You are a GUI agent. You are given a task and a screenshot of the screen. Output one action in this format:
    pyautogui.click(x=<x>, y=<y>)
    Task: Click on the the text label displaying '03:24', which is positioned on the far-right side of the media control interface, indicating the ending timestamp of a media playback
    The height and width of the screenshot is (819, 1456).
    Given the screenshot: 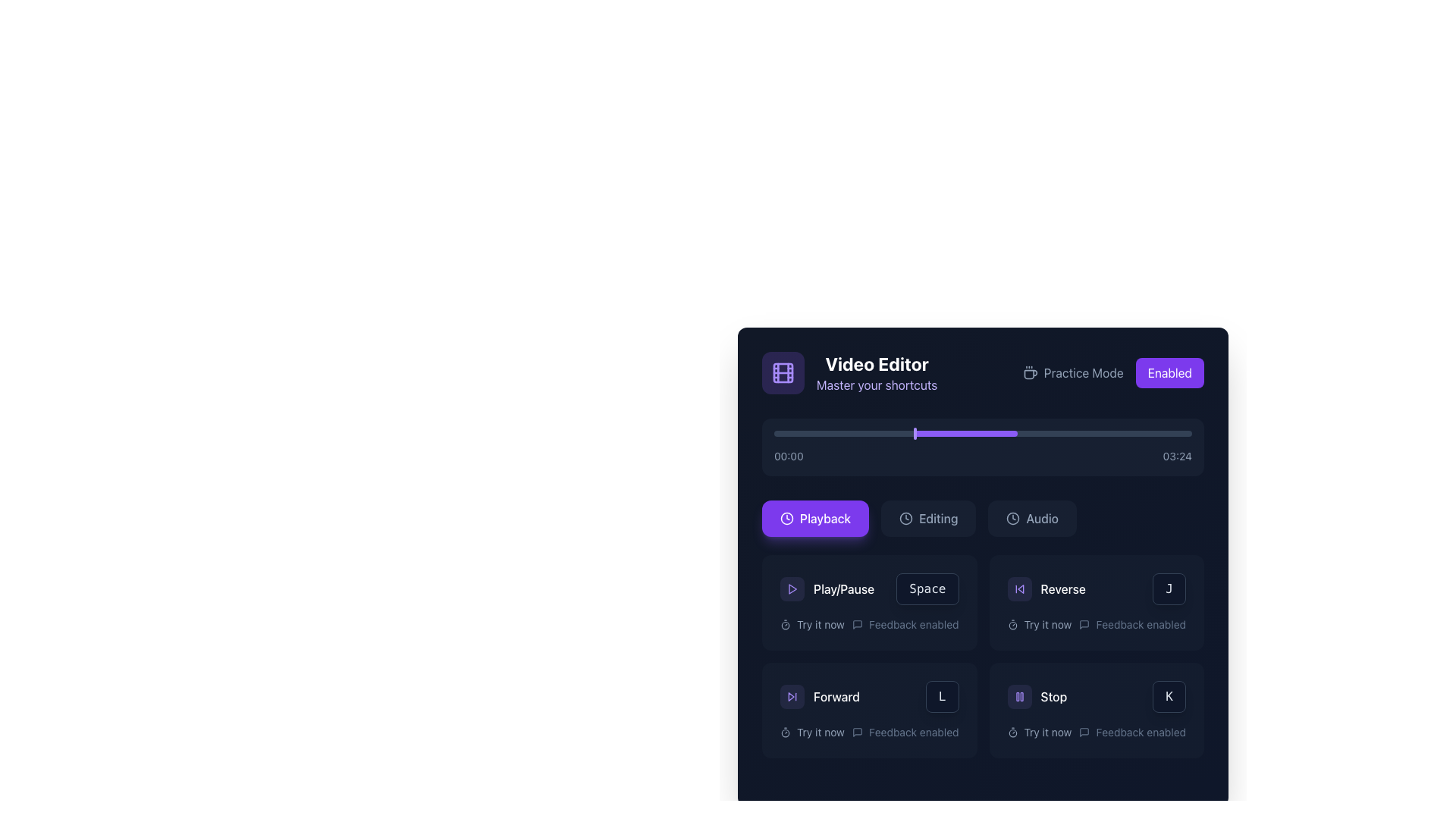 What is the action you would take?
    pyautogui.click(x=1176, y=455)
    